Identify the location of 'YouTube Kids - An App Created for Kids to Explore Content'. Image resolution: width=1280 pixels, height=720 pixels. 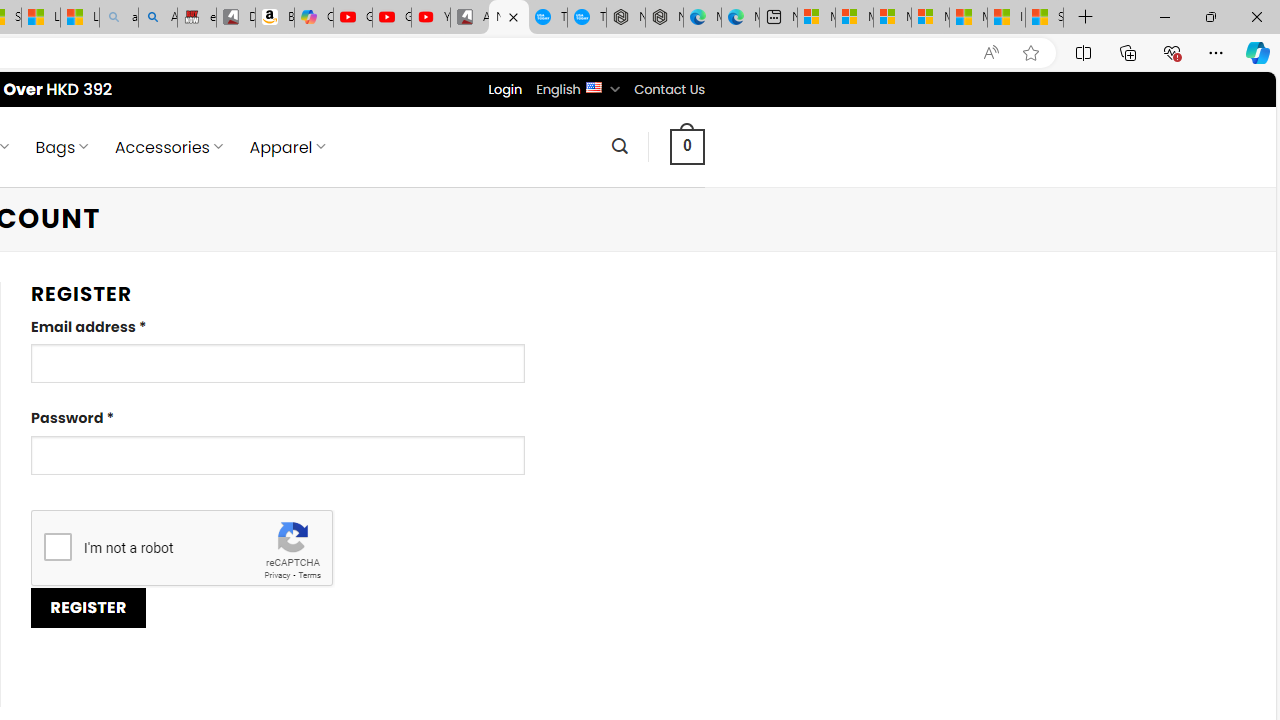
(430, 17).